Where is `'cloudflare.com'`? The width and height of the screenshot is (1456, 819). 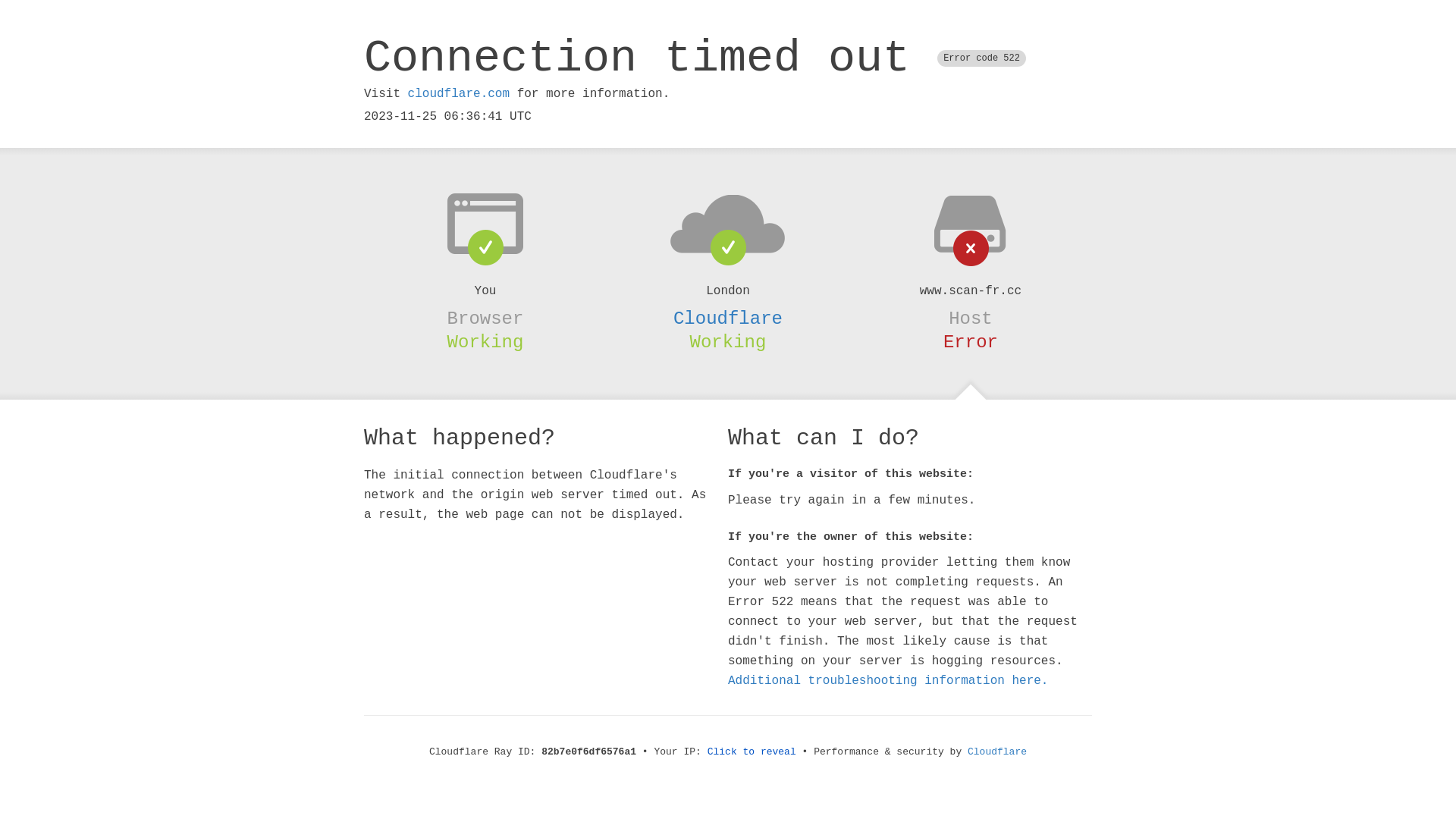
'cloudflare.com' is located at coordinates (457, 93).